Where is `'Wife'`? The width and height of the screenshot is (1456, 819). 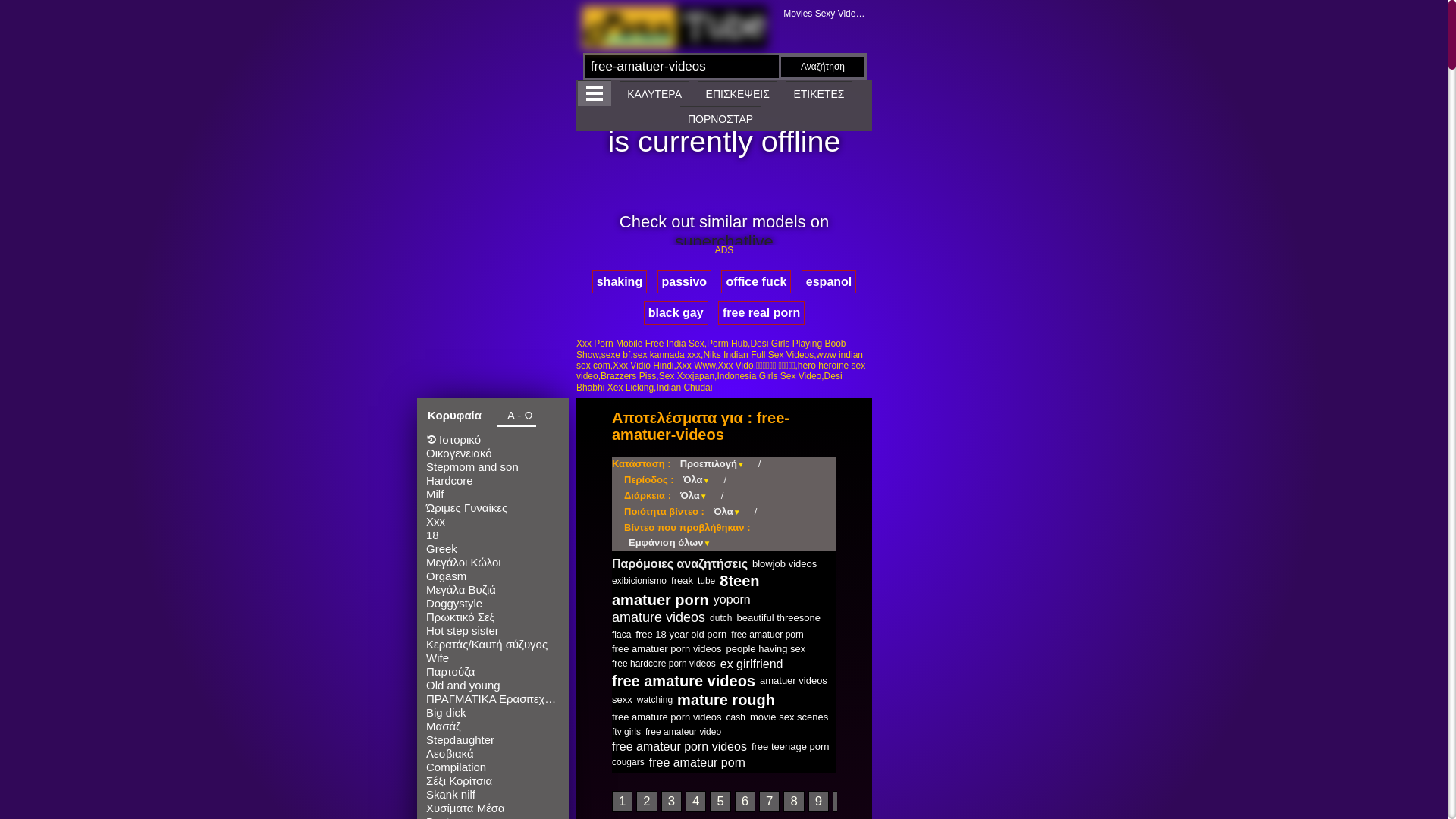 'Wife' is located at coordinates (492, 657).